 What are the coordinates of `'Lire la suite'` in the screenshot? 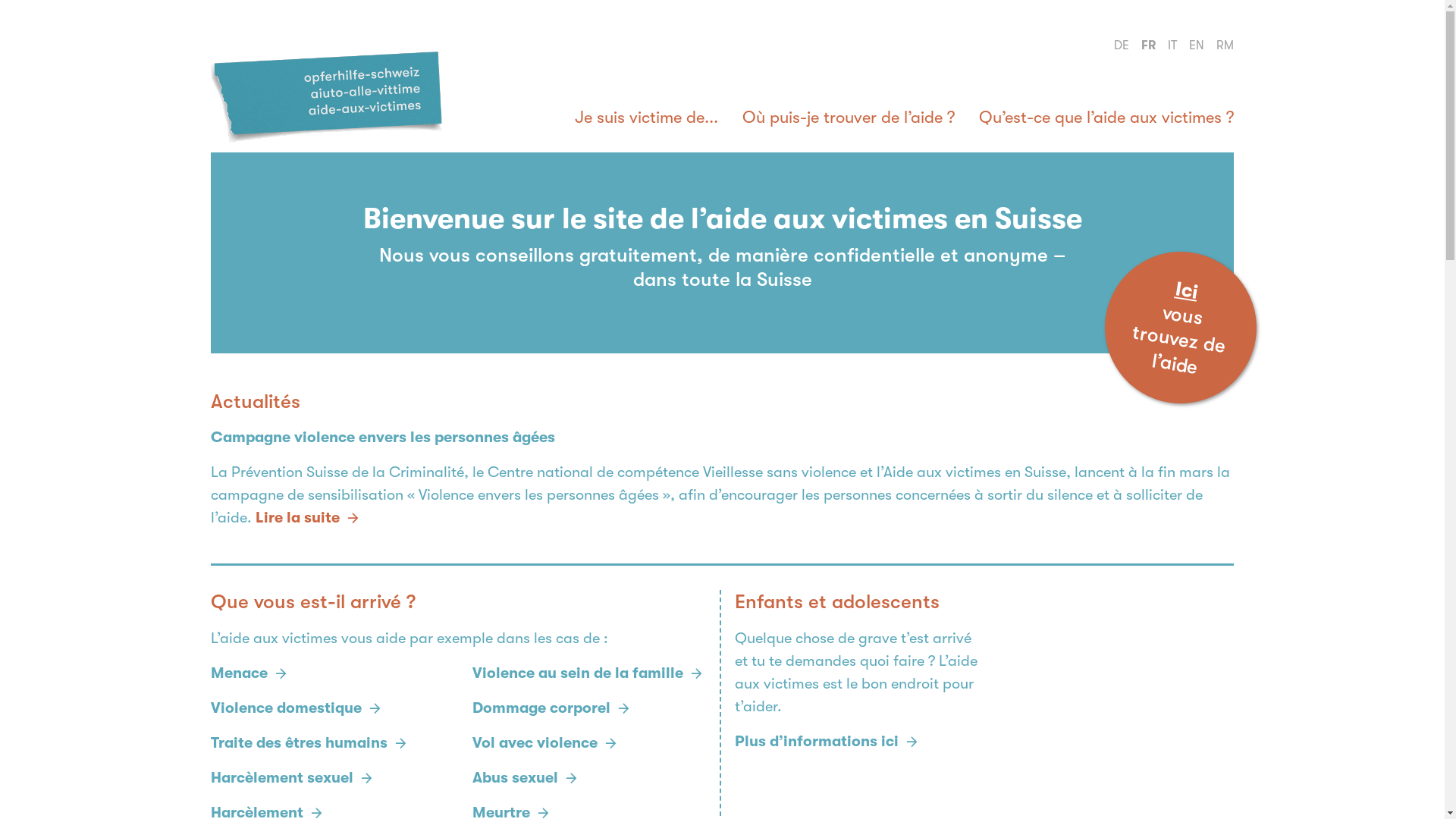 It's located at (297, 516).